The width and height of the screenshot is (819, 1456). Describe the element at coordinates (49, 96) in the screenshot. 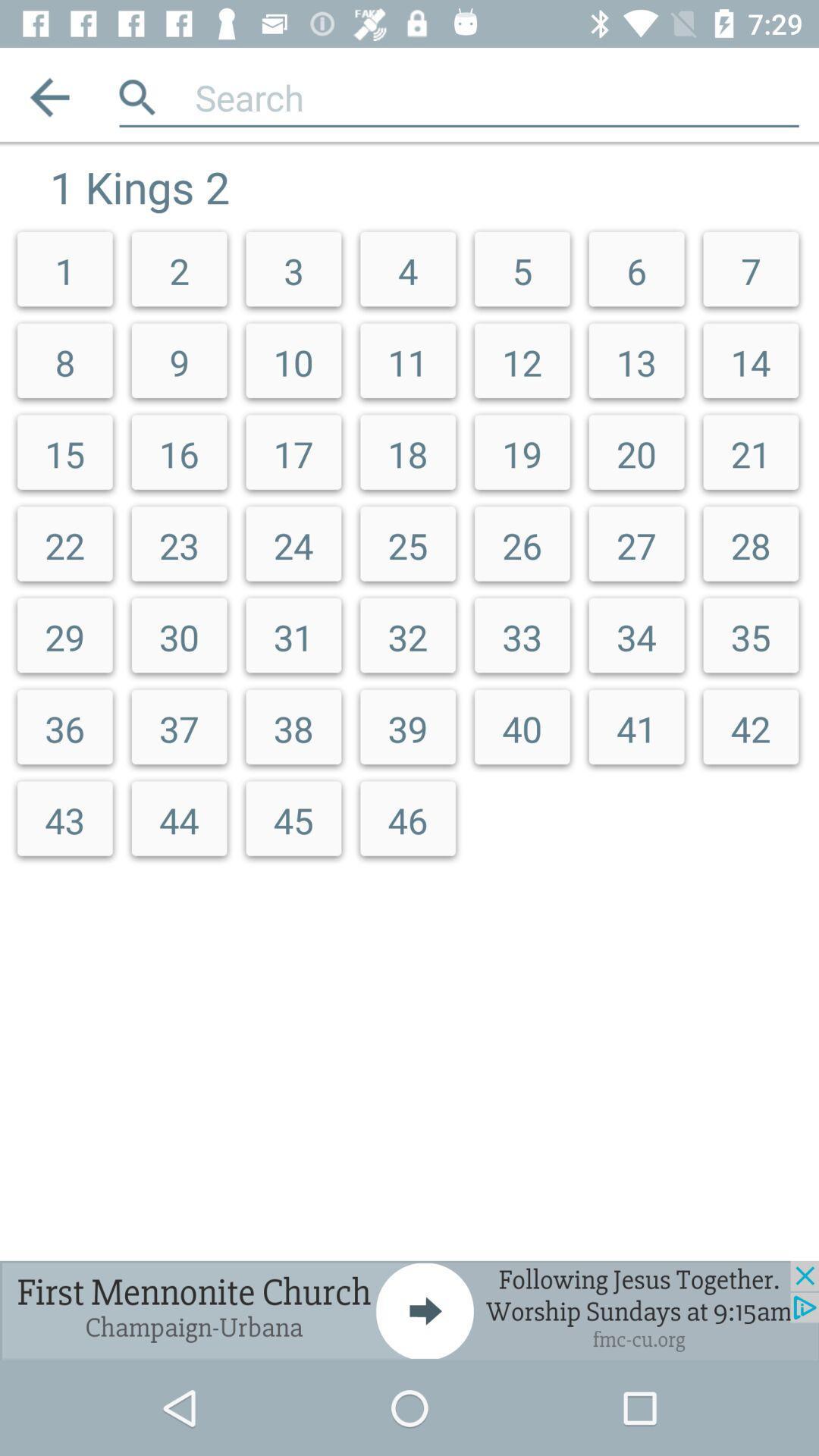

I see `go back` at that location.